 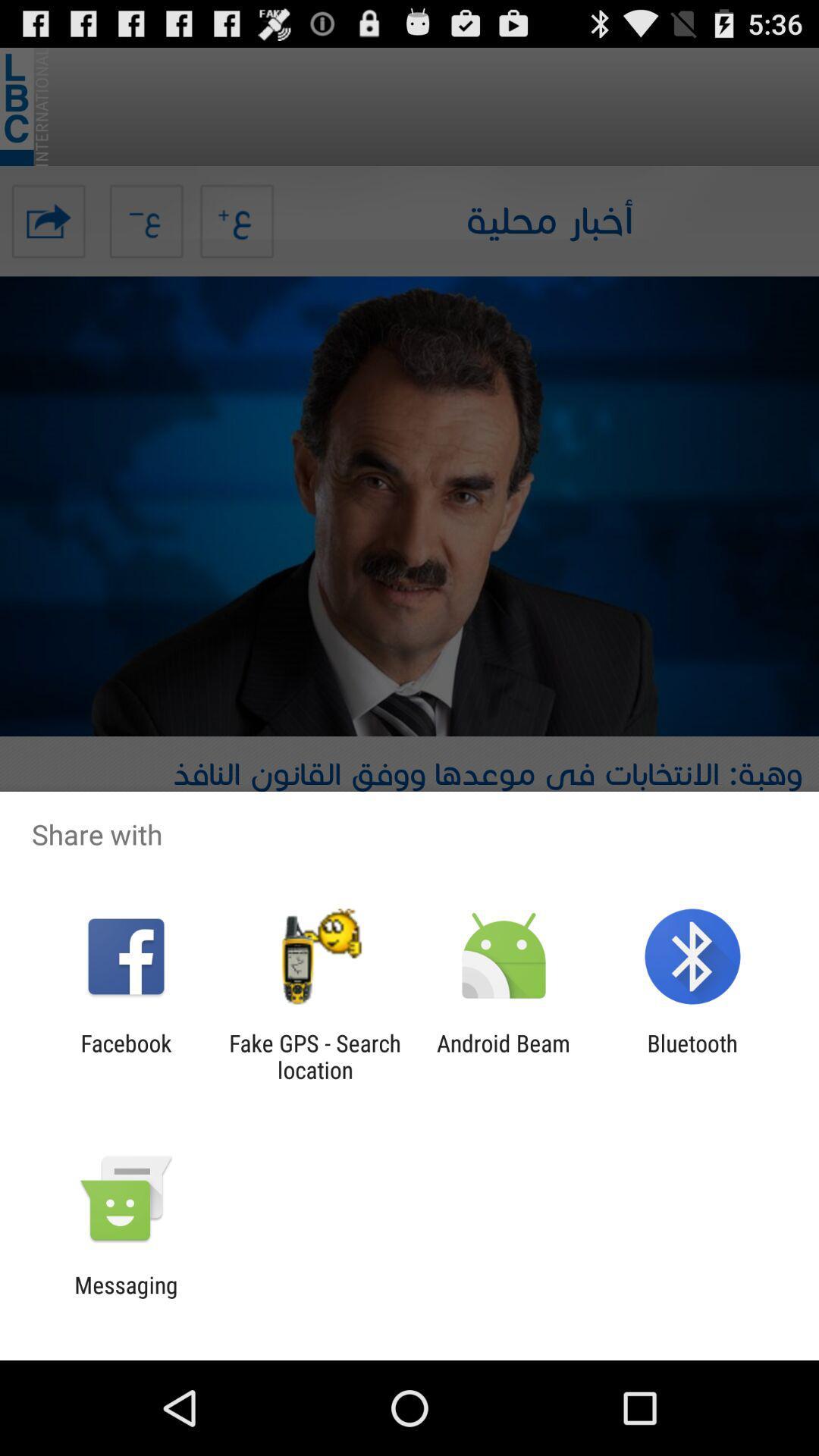 What do you see at coordinates (125, 1298) in the screenshot?
I see `the messaging` at bounding box center [125, 1298].